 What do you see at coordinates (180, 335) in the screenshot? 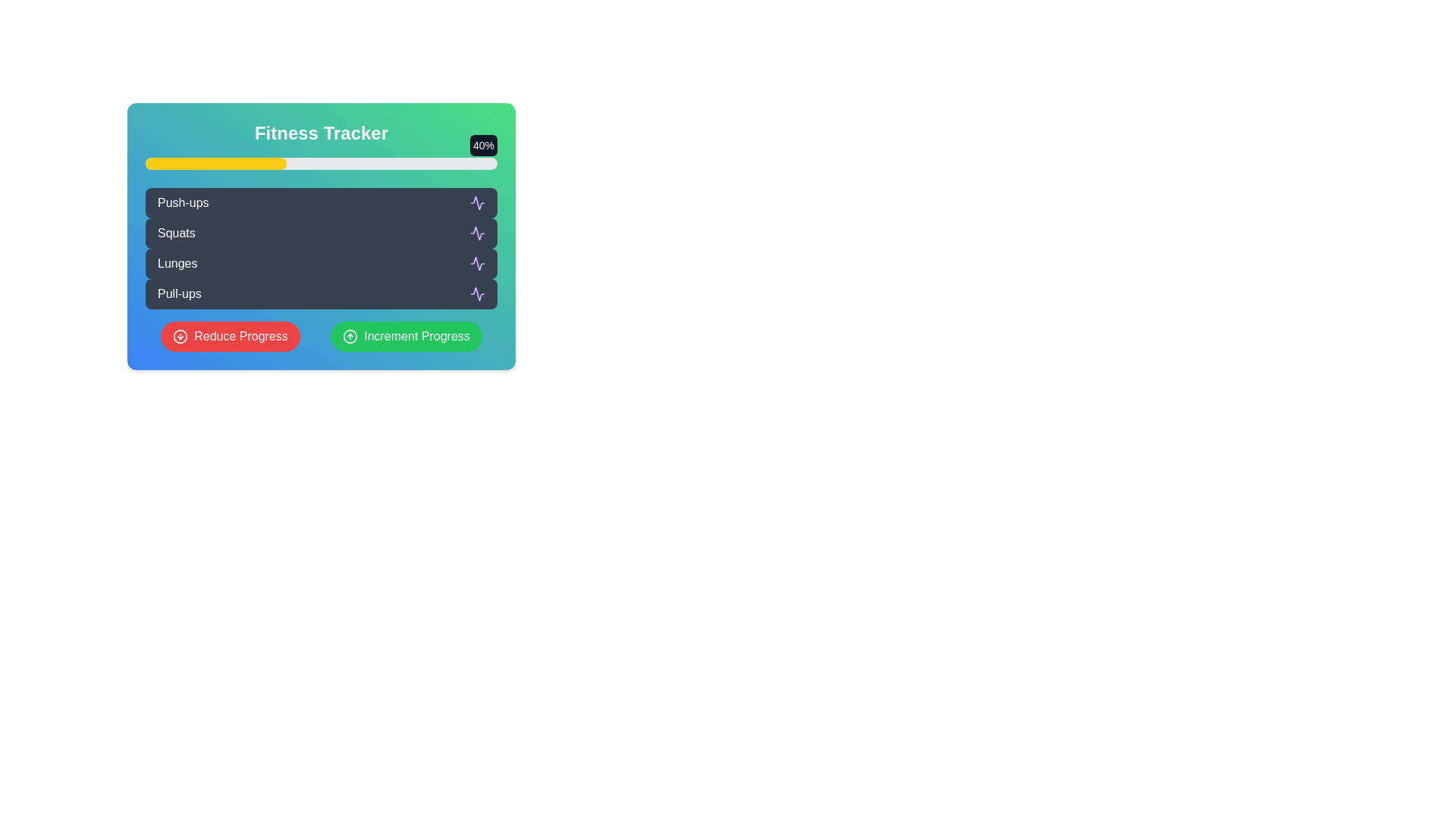
I see `the visual indicator icon located to the left of the 'Increment Progress' button, which is part of the 'Reduce Progress' button` at bounding box center [180, 335].